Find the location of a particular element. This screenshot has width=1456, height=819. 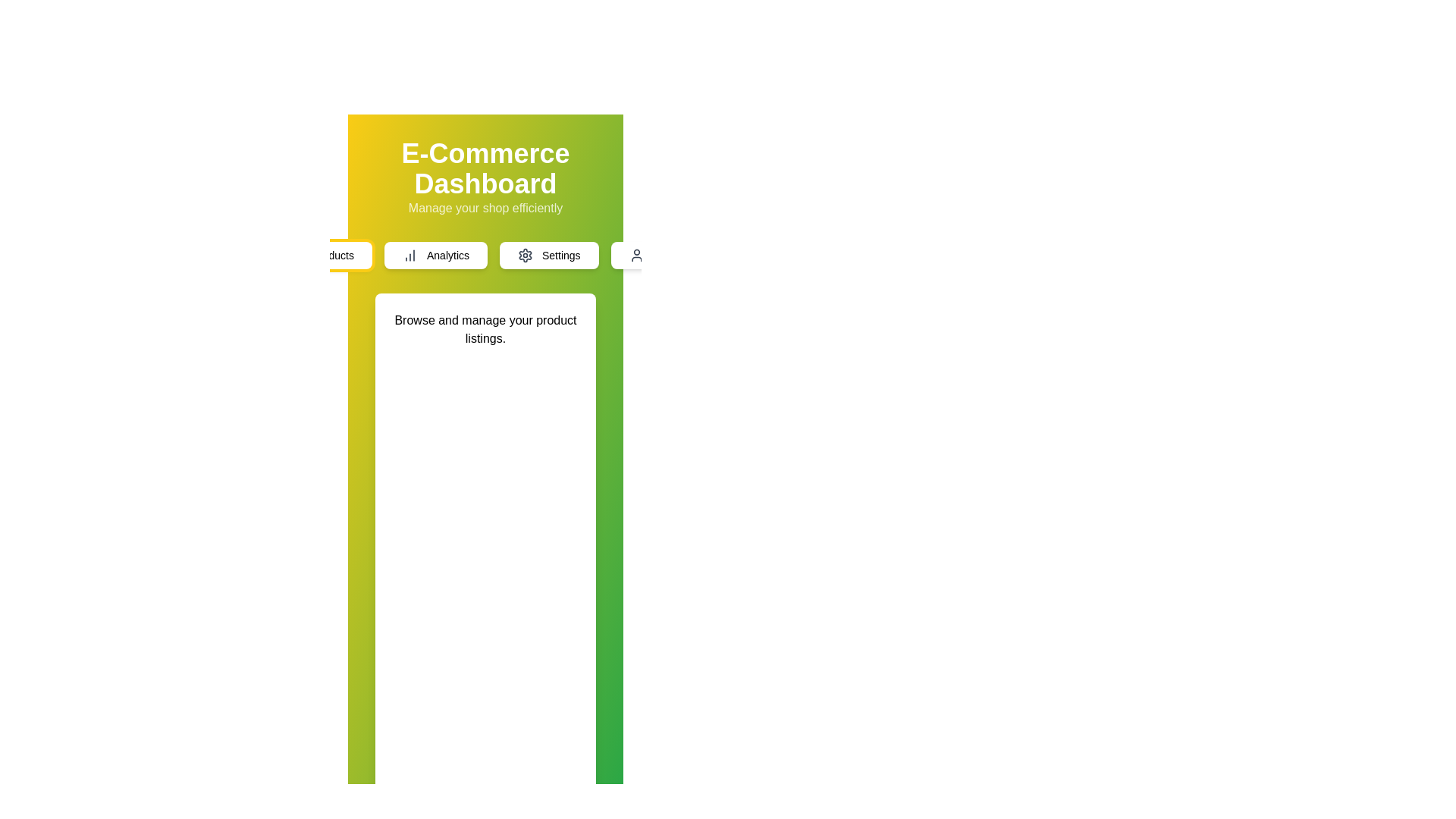

the navigation label for the settings section, which is the last button in the sequence after 'Products' and 'Analytics' is located at coordinates (560, 254).